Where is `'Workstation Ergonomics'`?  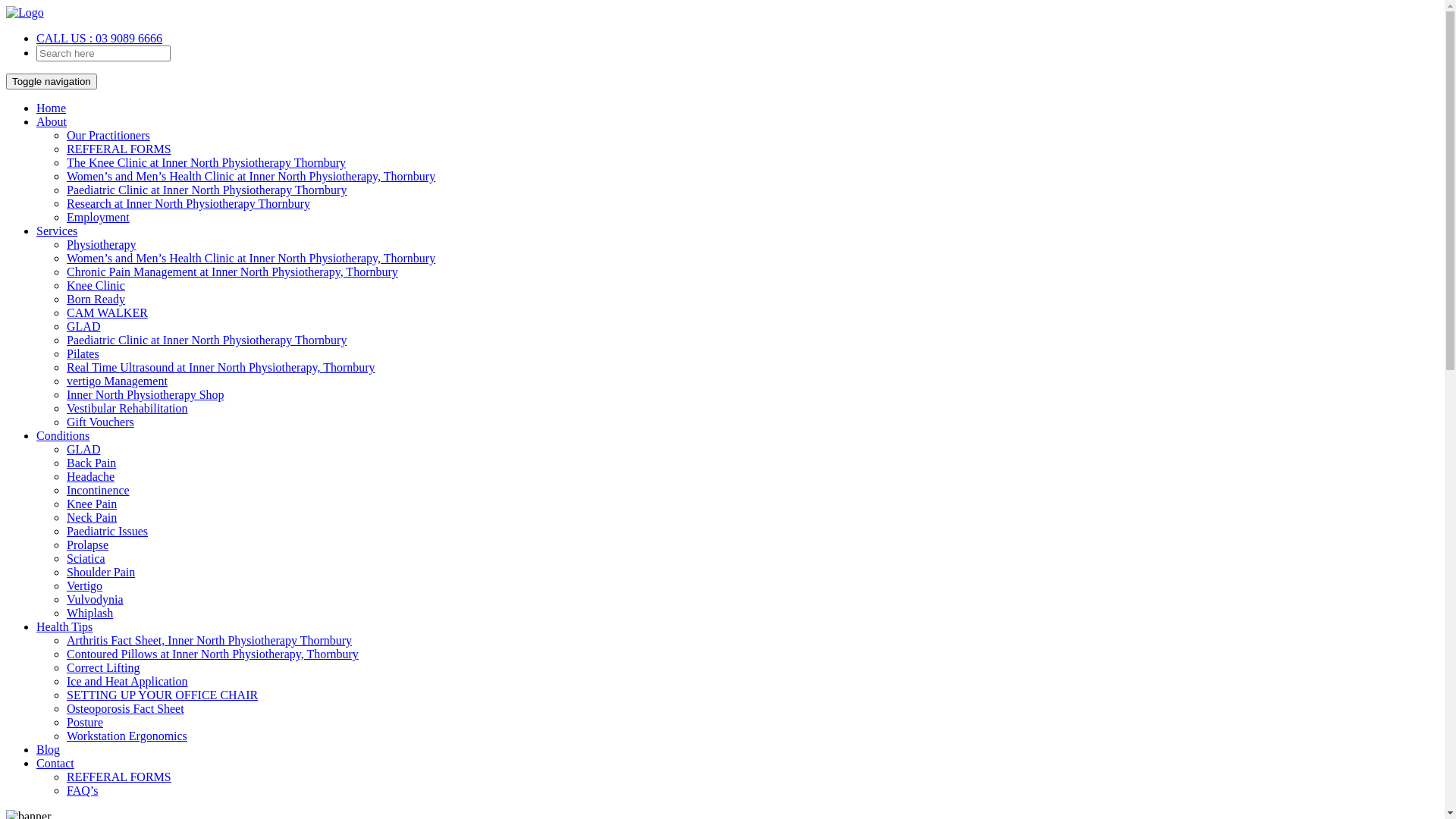
'Workstation Ergonomics' is located at coordinates (127, 735).